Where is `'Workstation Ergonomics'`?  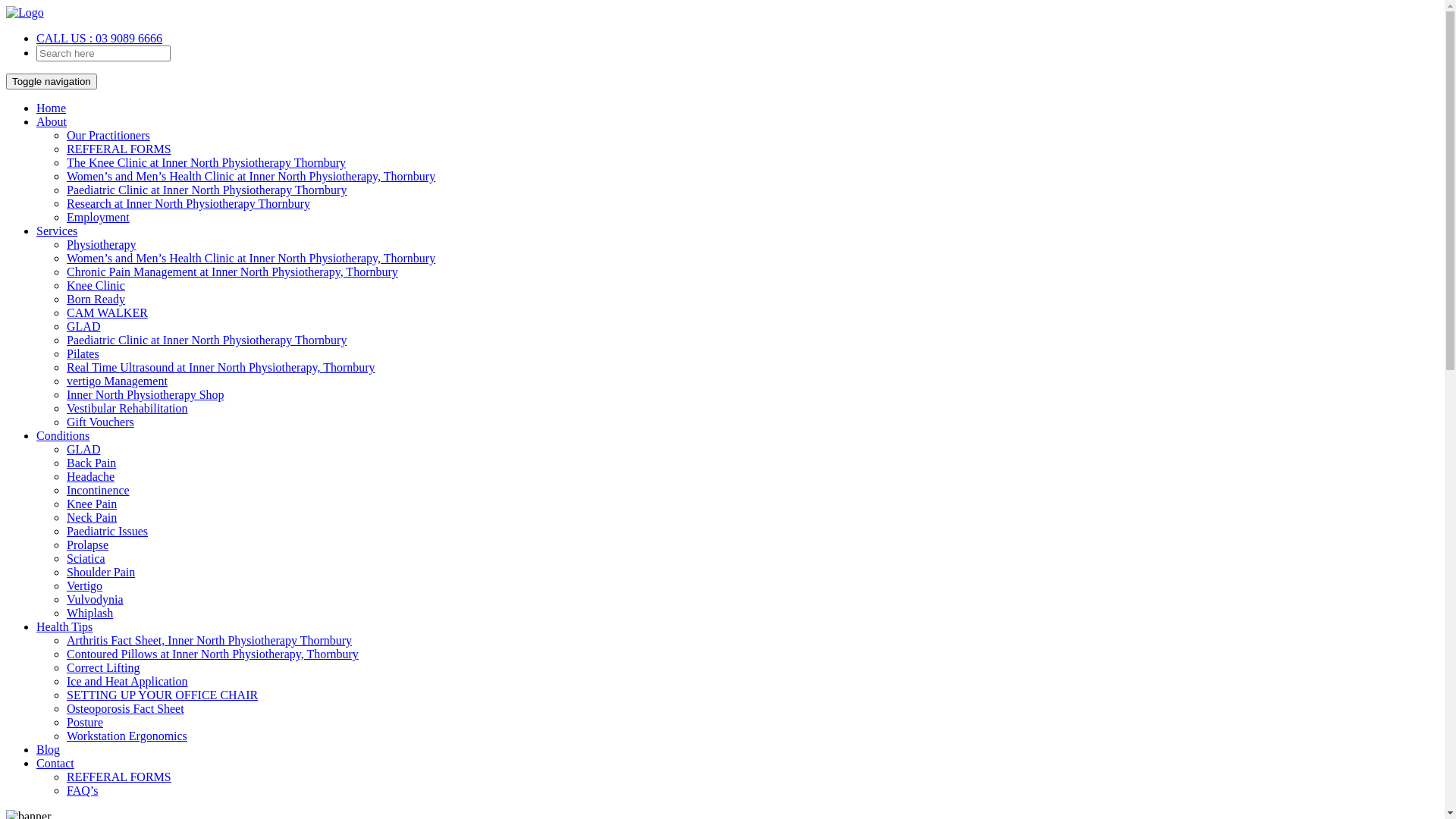
'Workstation Ergonomics' is located at coordinates (127, 735).